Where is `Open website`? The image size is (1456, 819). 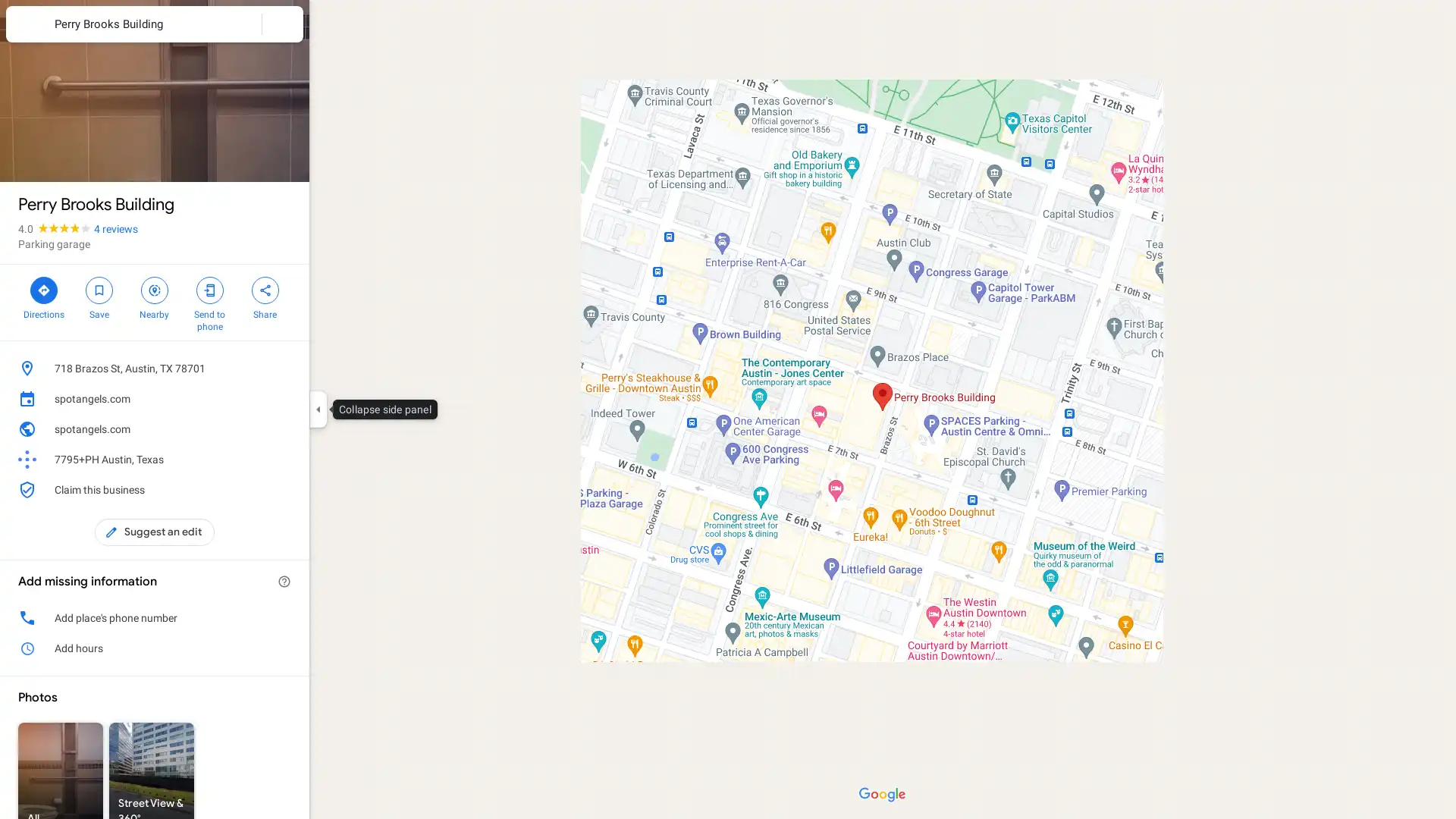 Open website is located at coordinates (261, 429).